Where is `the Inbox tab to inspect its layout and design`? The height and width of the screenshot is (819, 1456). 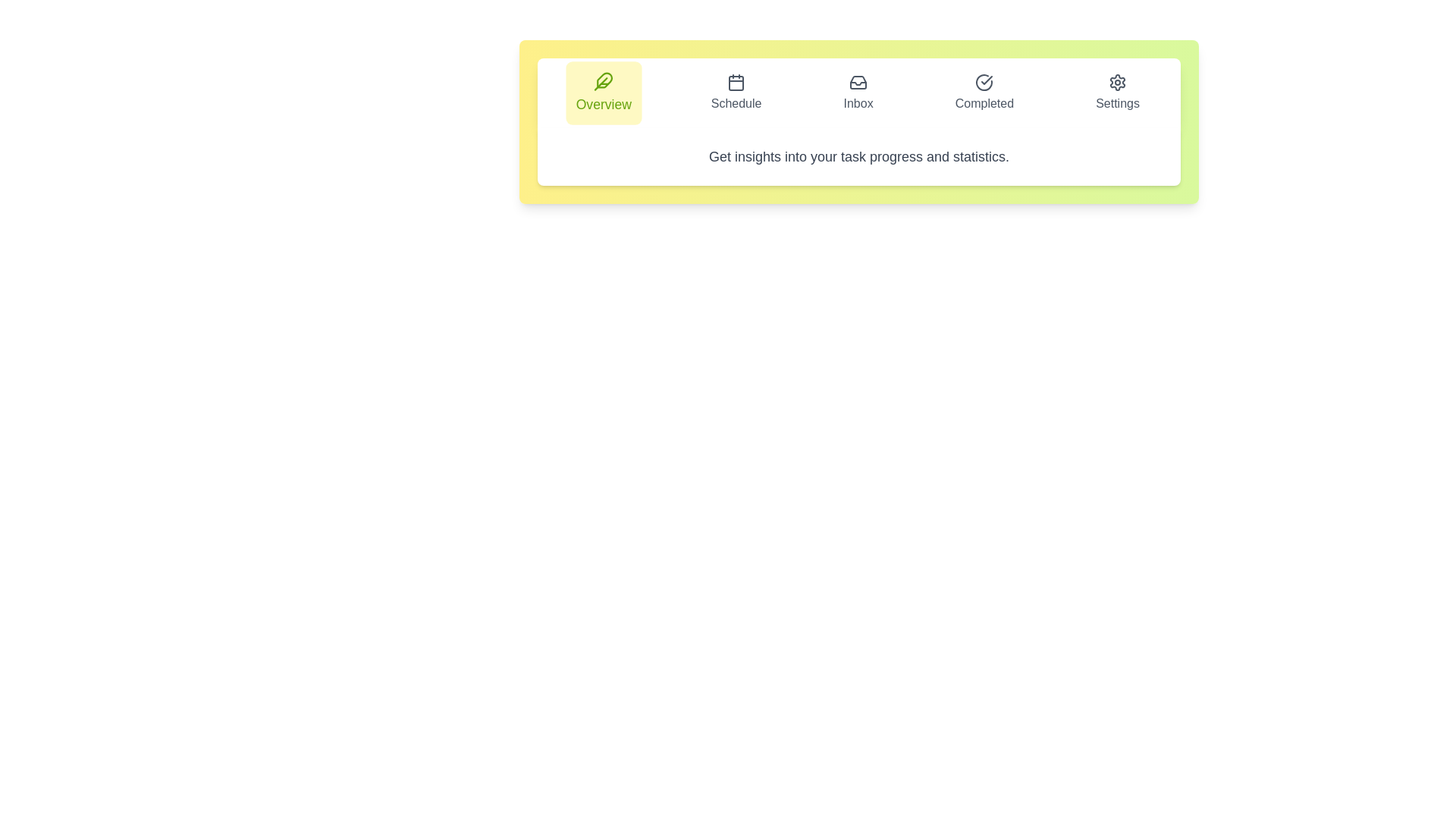 the Inbox tab to inspect its layout and design is located at coordinates (858, 93).